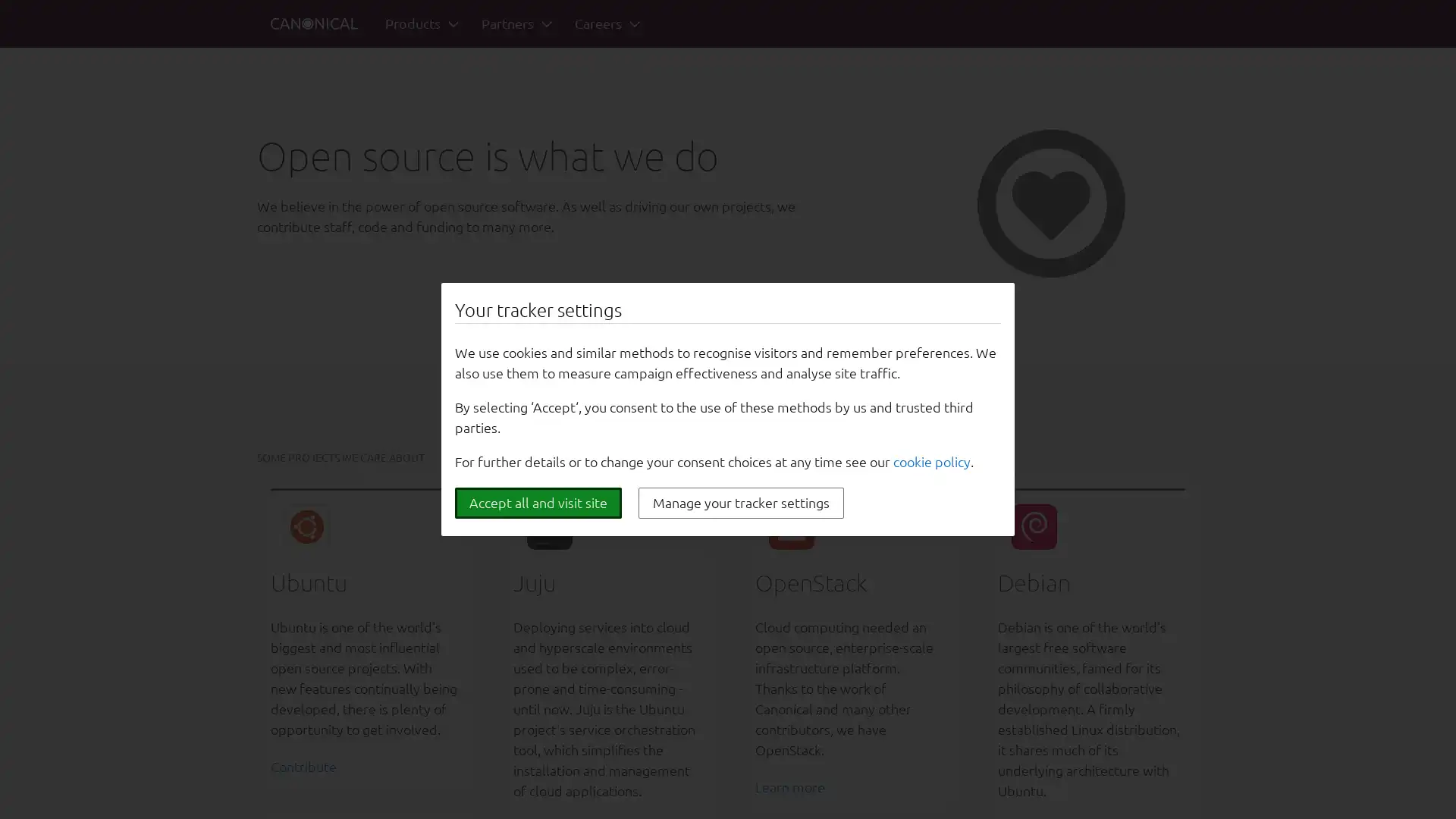 This screenshot has height=819, width=1456. Describe the element at coordinates (741, 503) in the screenshot. I see `Manage your tracker settings` at that location.